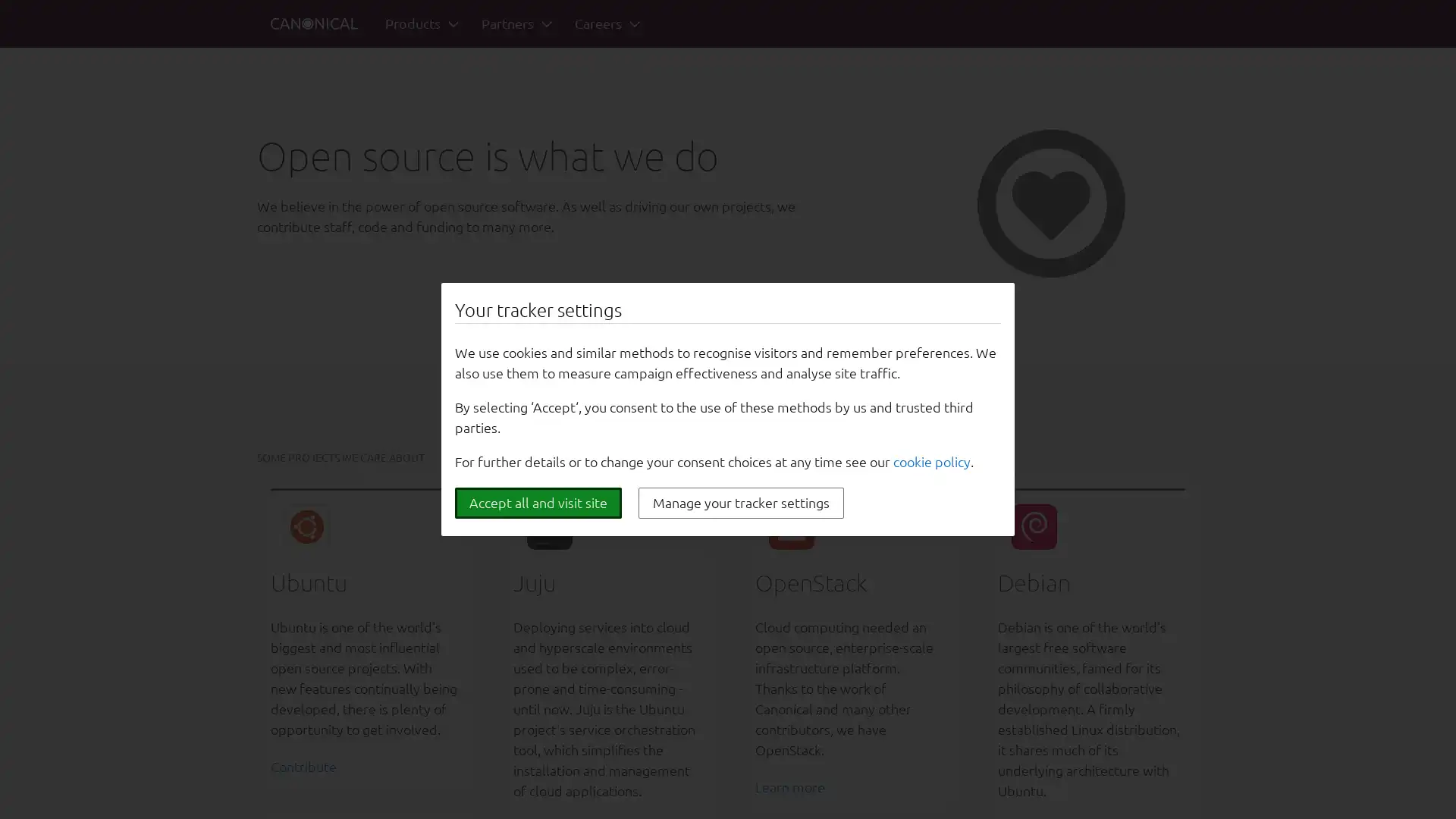 This screenshot has height=819, width=1456. Describe the element at coordinates (741, 503) in the screenshot. I see `Manage your tracker settings` at that location.